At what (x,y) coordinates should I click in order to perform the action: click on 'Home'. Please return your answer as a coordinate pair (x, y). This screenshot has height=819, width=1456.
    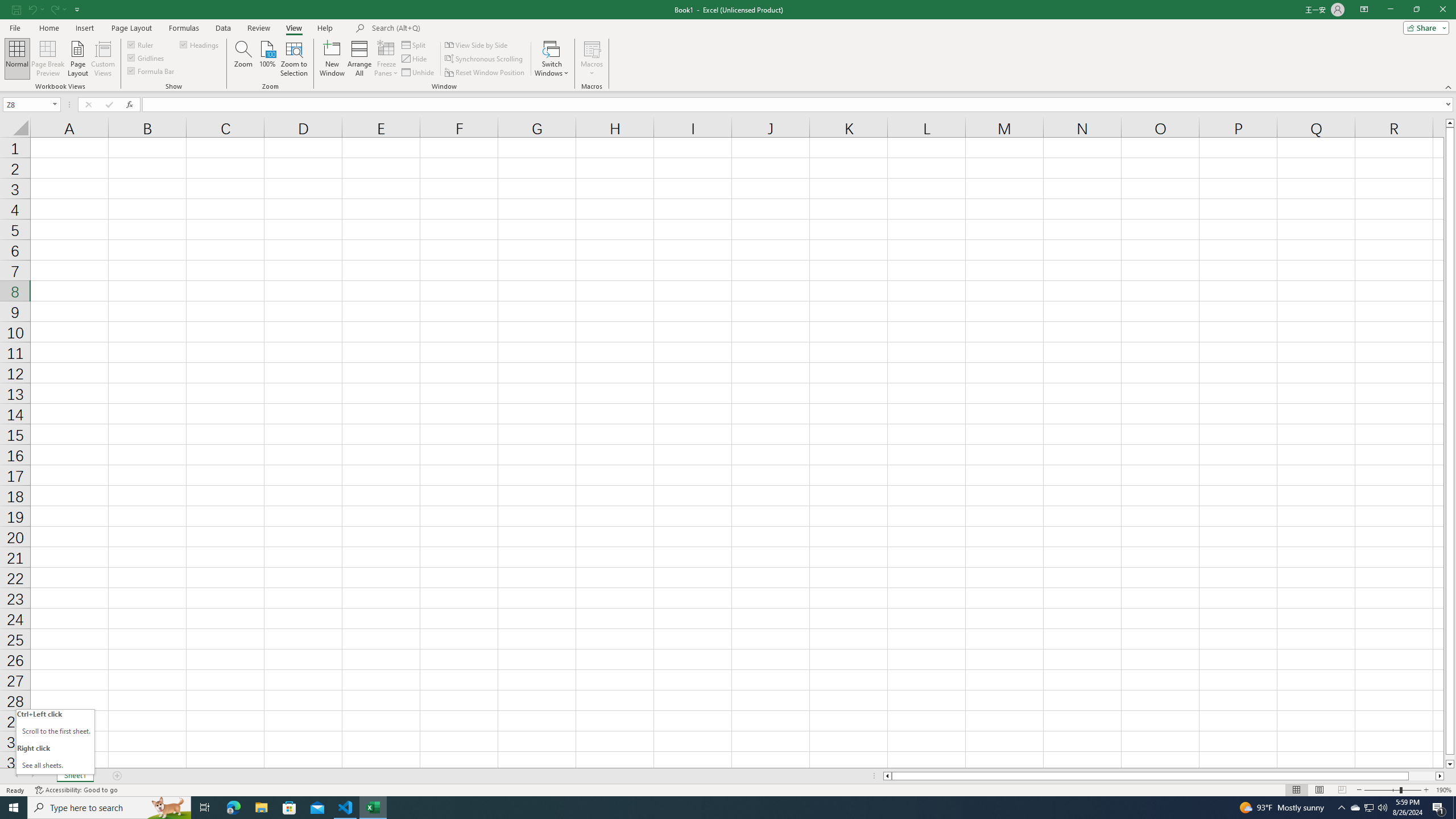
    Looking at the image, I should click on (48, 28).